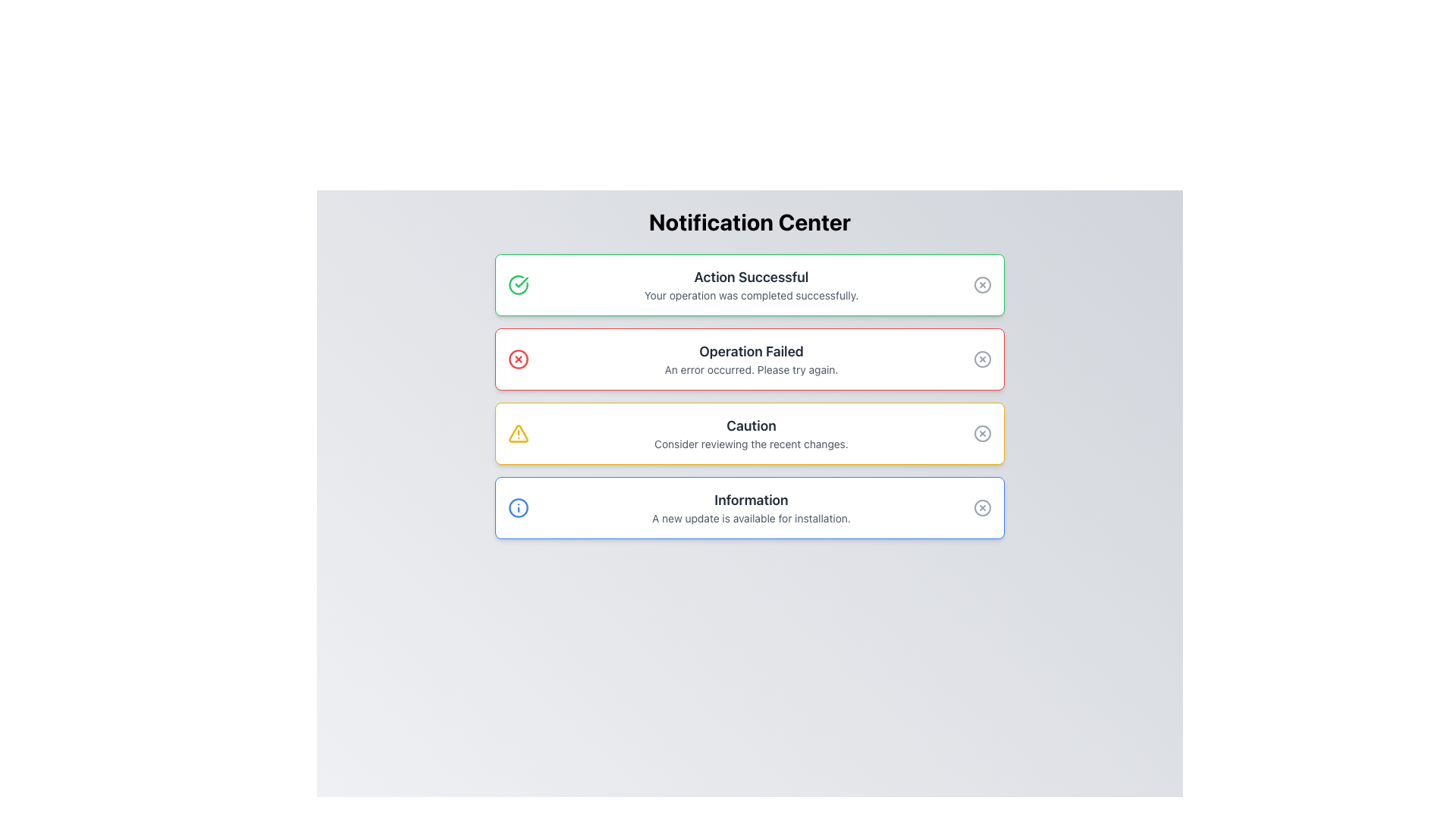 The image size is (1456, 819). I want to click on the outermost circle of the 'Information' icon located in the fourth information panel at the bottom of the notification list, so click(519, 508).